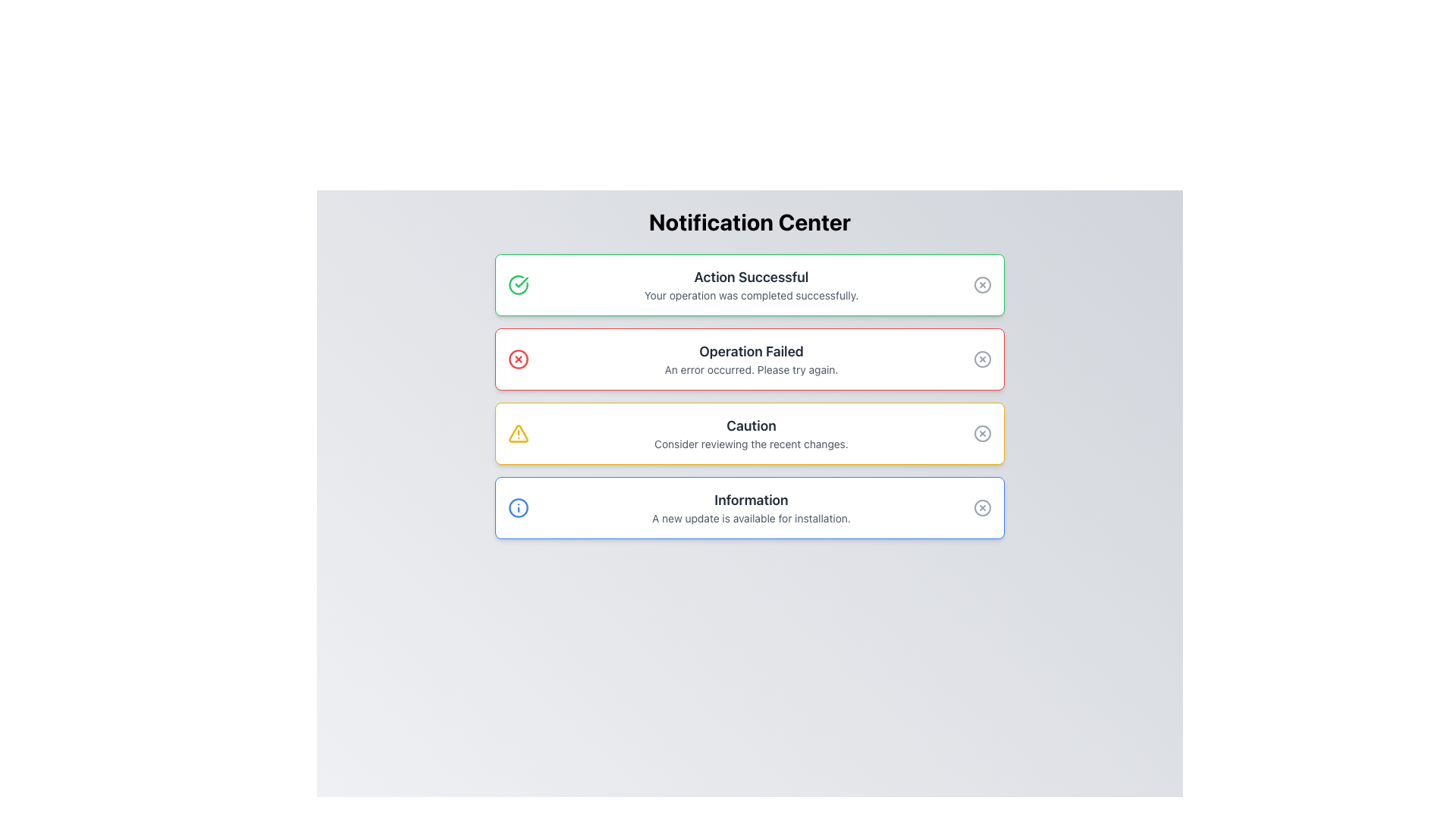 The image size is (1456, 819). I want to click on the outermost circle of the 'Information' icon located in the fourth information panel at the bottom of the notification list, so click(519, 508).